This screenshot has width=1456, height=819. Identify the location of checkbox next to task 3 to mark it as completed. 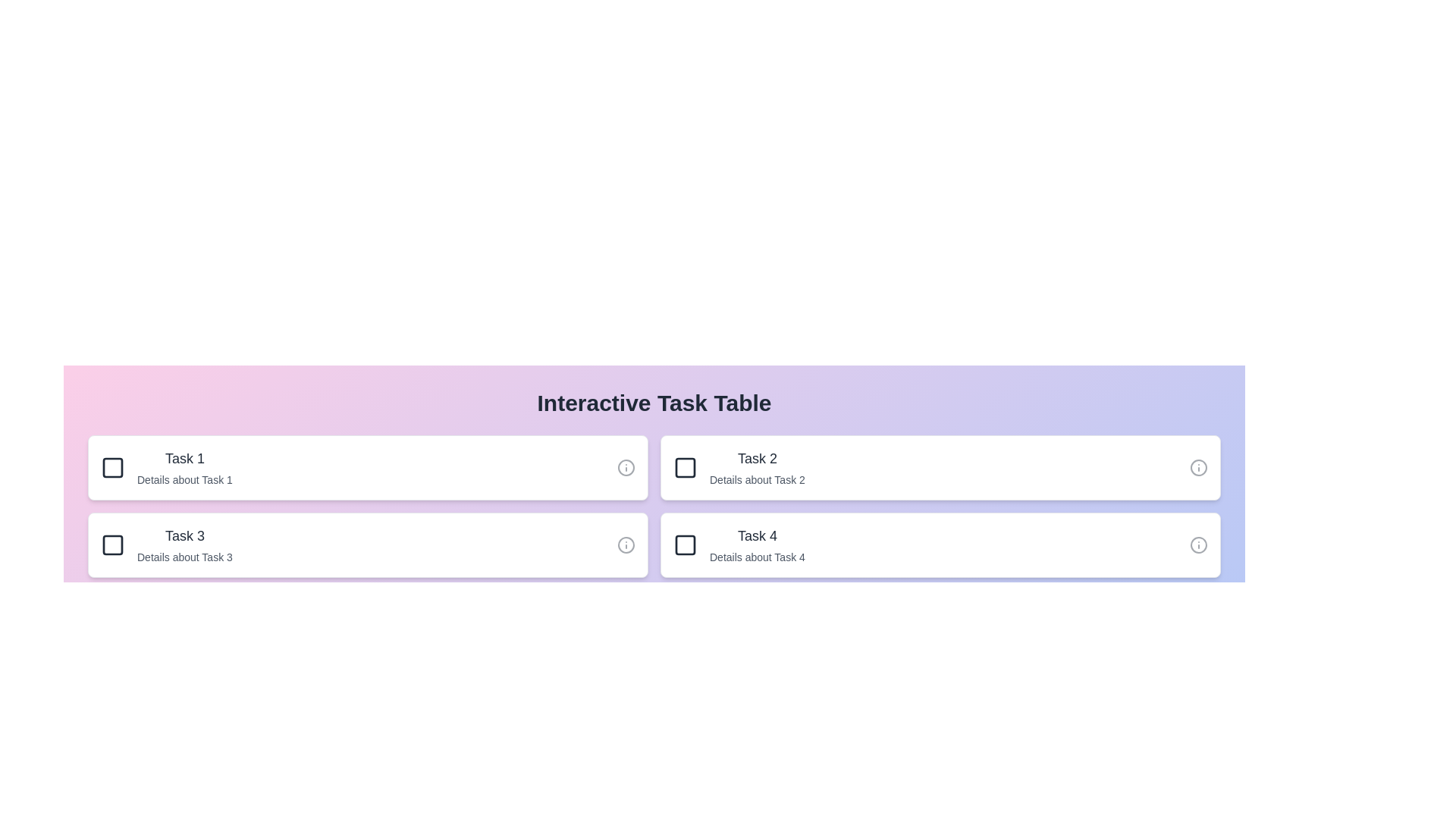
(111, 544).